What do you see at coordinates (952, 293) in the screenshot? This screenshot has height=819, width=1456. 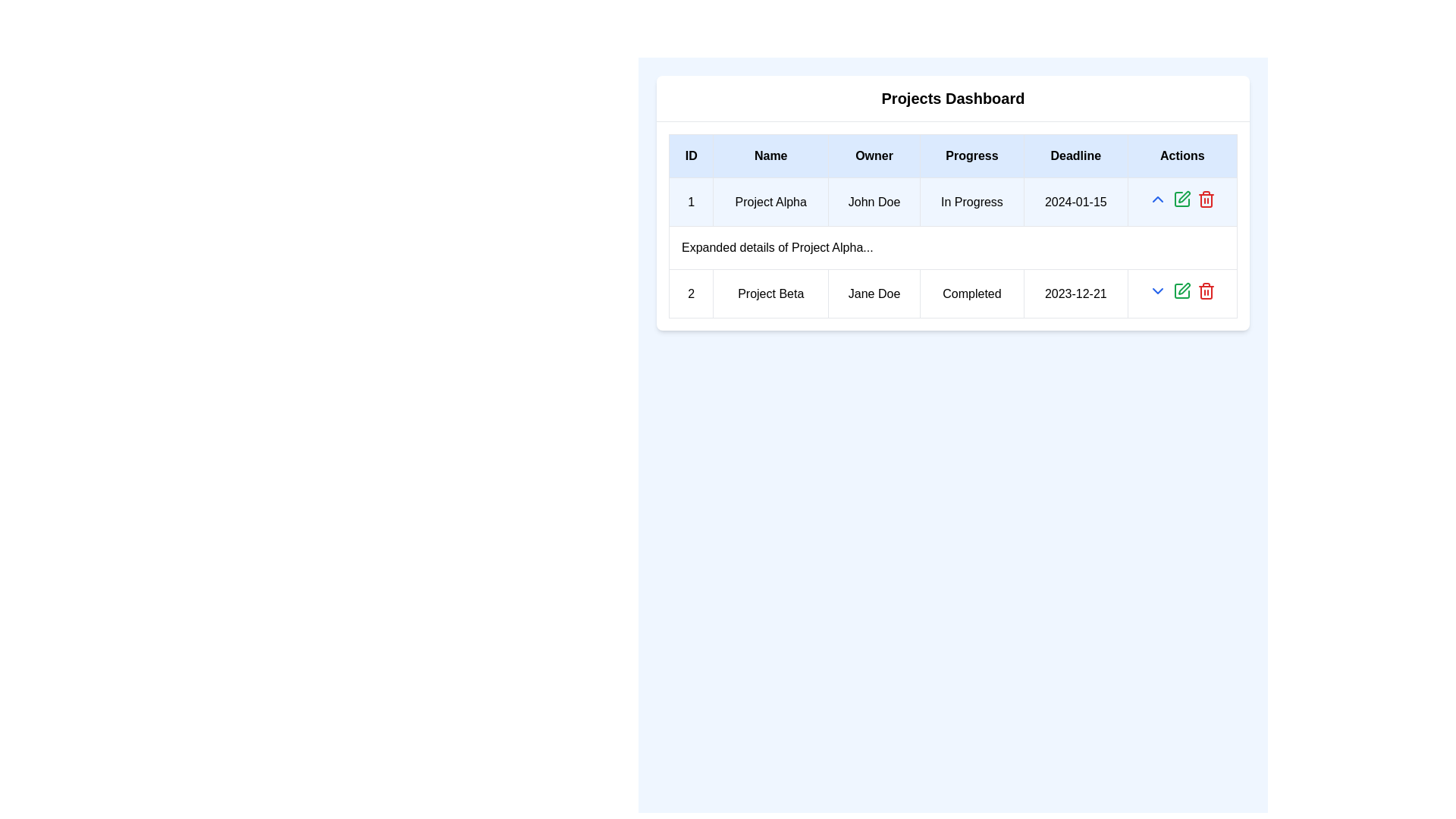 I see `the second row of the Projects Dashboard table displaying Project Beta information` at bounding box center [952, 293].